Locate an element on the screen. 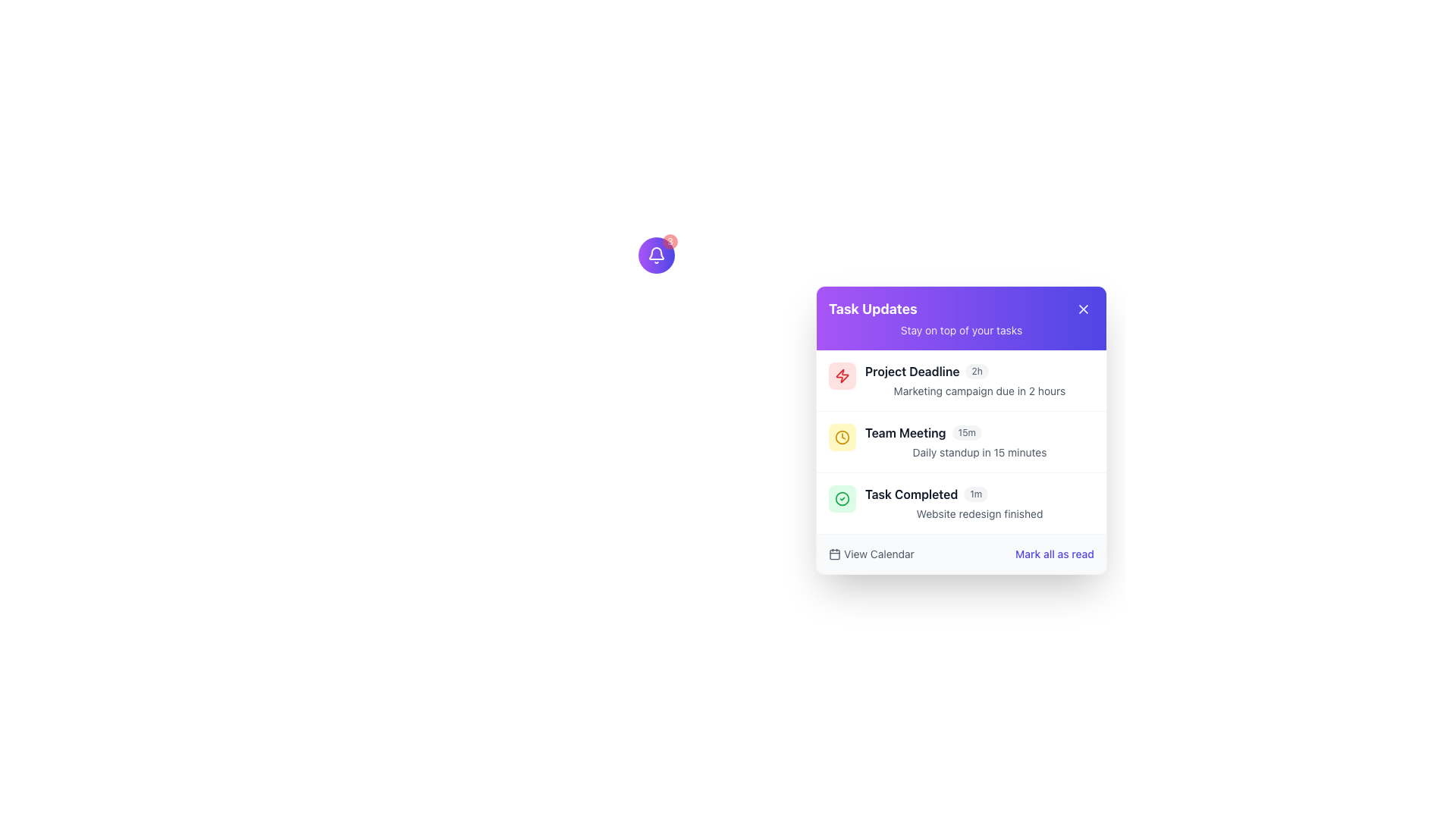 The height and width of the screenshot is (819, 1456). the Icon badge that indicates the time-related context for the 'Team Meeting' task, located within the 'Task Updates' notification card in the second row is located at coordinates (841, 438).